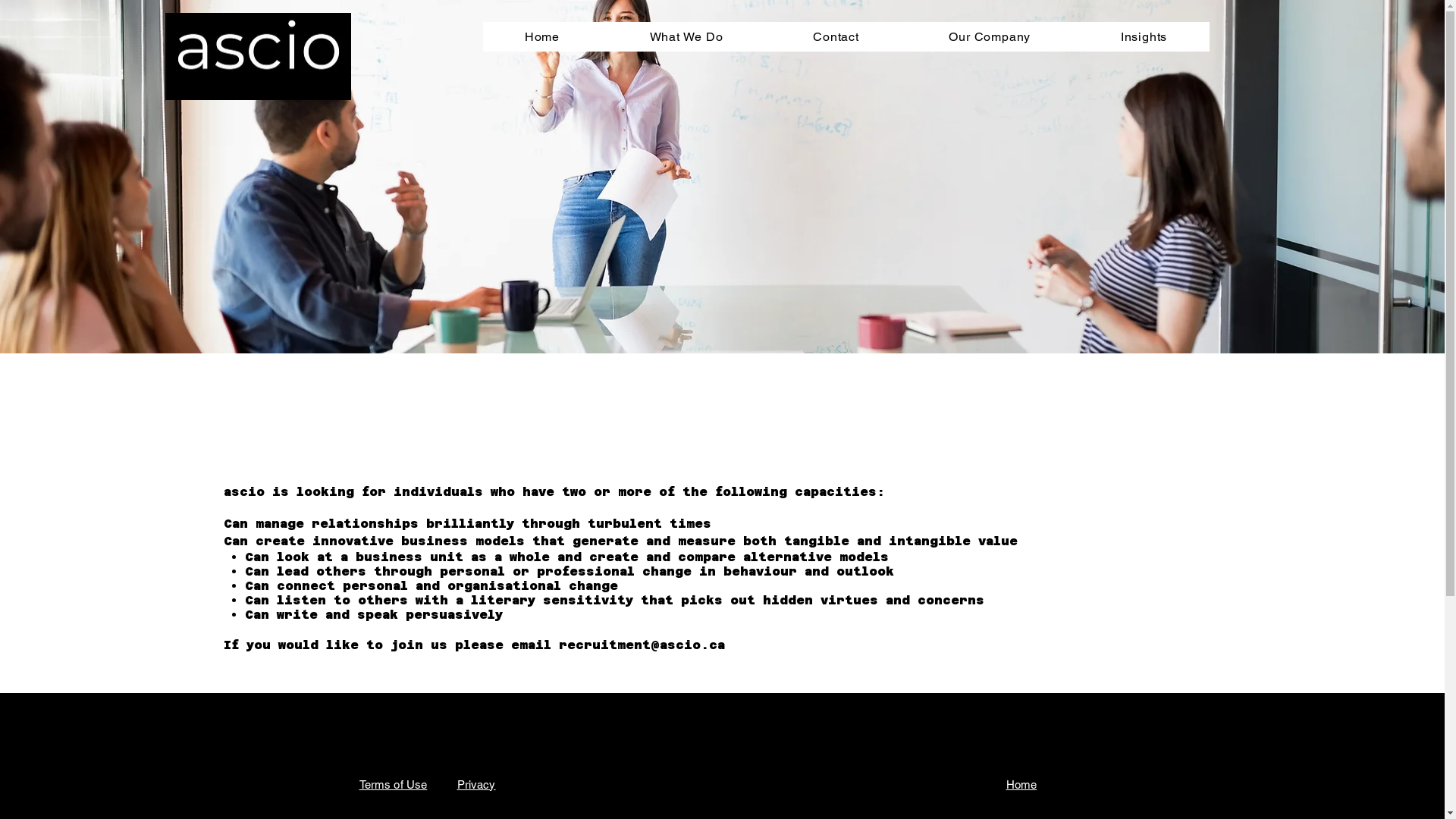 The width and height of the screenshot is (1456, 819). What do you see at coordinates (641, 645) in the screenshot?
I see `'recruitment@ascio.ca'` at bounding box center [641, 645].